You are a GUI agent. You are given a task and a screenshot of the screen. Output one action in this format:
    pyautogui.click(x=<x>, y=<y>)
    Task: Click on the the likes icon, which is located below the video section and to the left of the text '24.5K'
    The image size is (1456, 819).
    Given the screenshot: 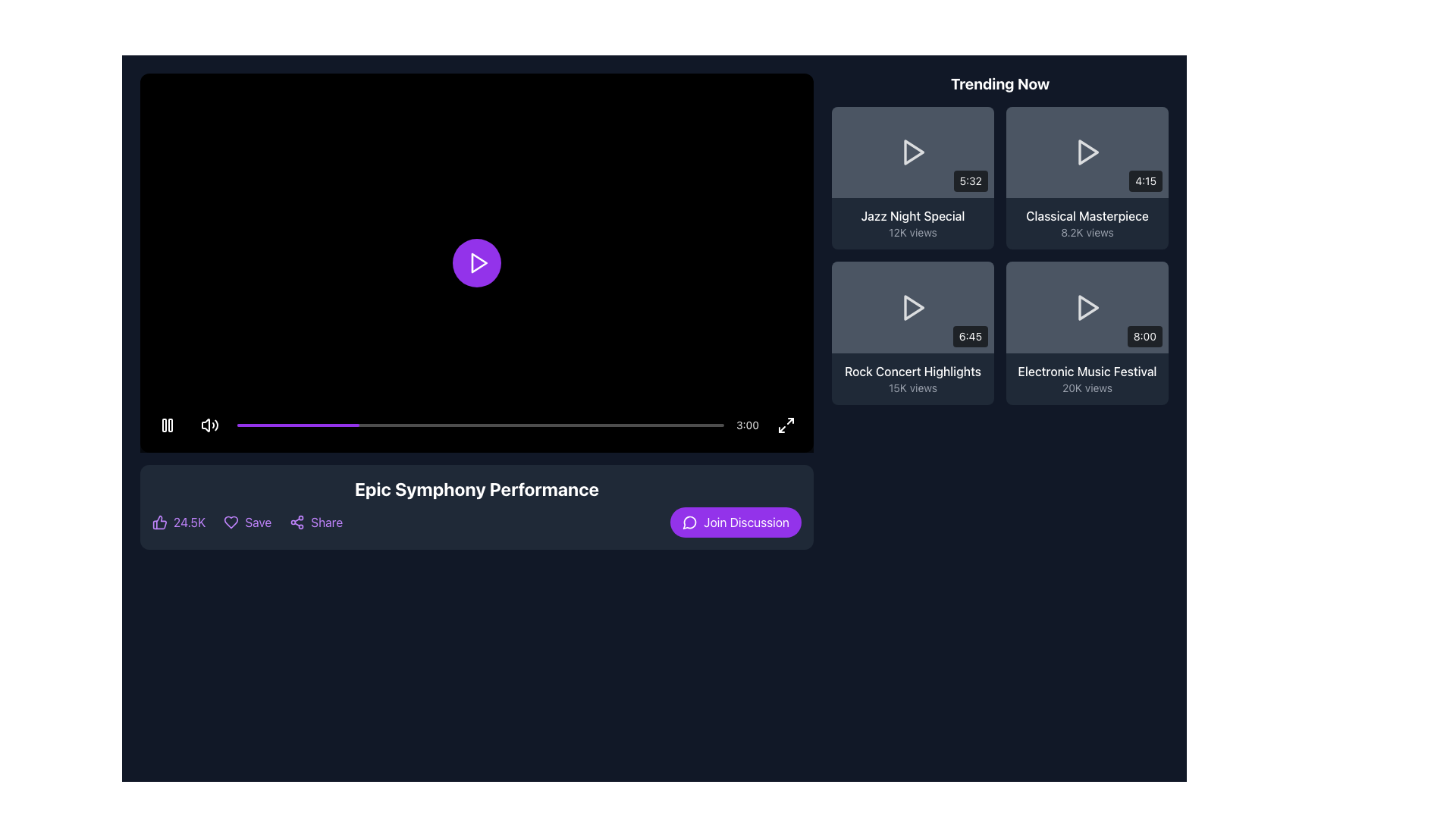 What is the action you would take?
    pyautogui.click(x=160, y=521)
    